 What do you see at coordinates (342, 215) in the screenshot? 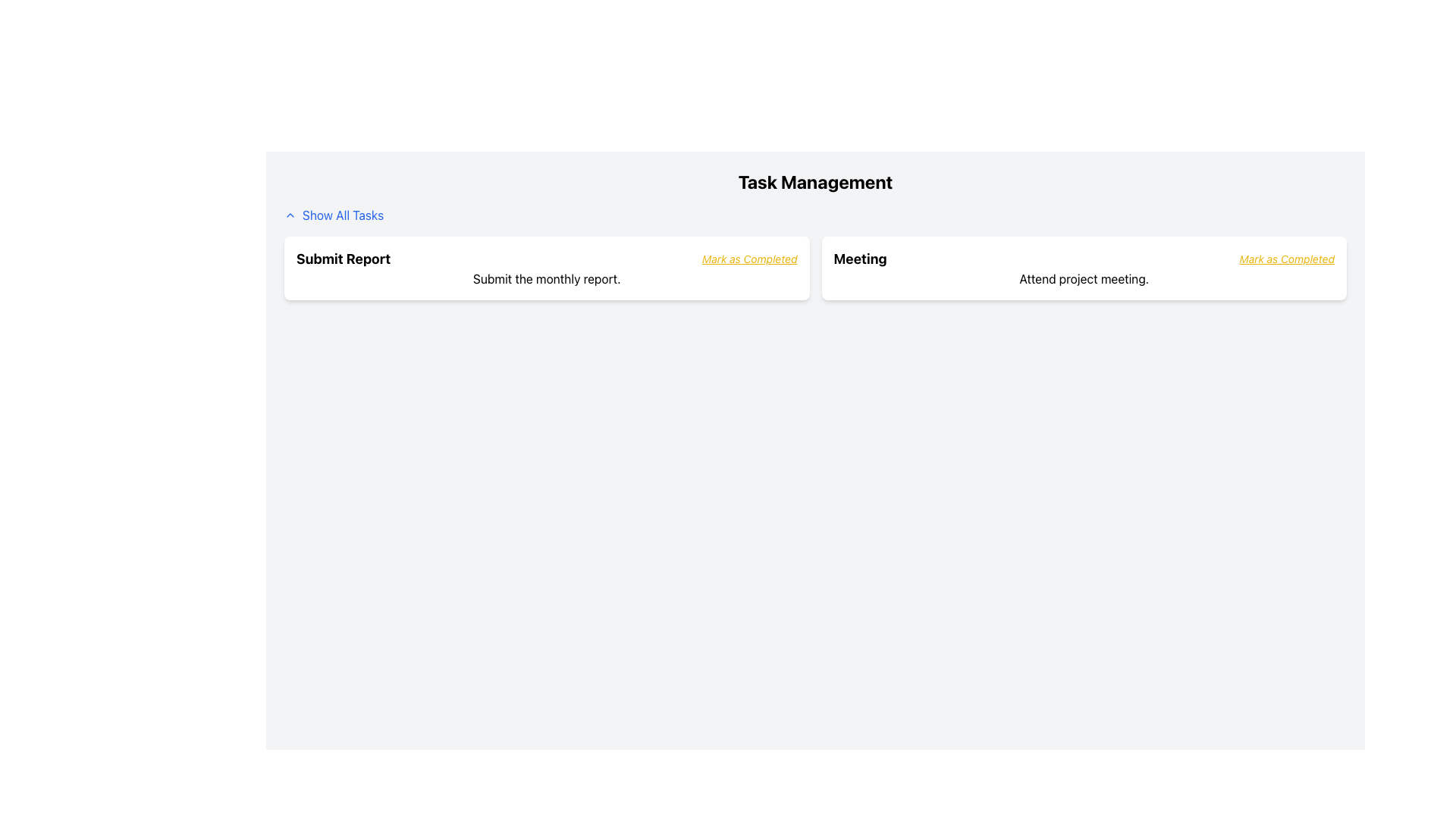
I see `the text label that serves as an indicator for viewing additional task-related information, located at the center-top of the interface, slightly to the right of a small arrow icon` at bounding box center [342, 215].